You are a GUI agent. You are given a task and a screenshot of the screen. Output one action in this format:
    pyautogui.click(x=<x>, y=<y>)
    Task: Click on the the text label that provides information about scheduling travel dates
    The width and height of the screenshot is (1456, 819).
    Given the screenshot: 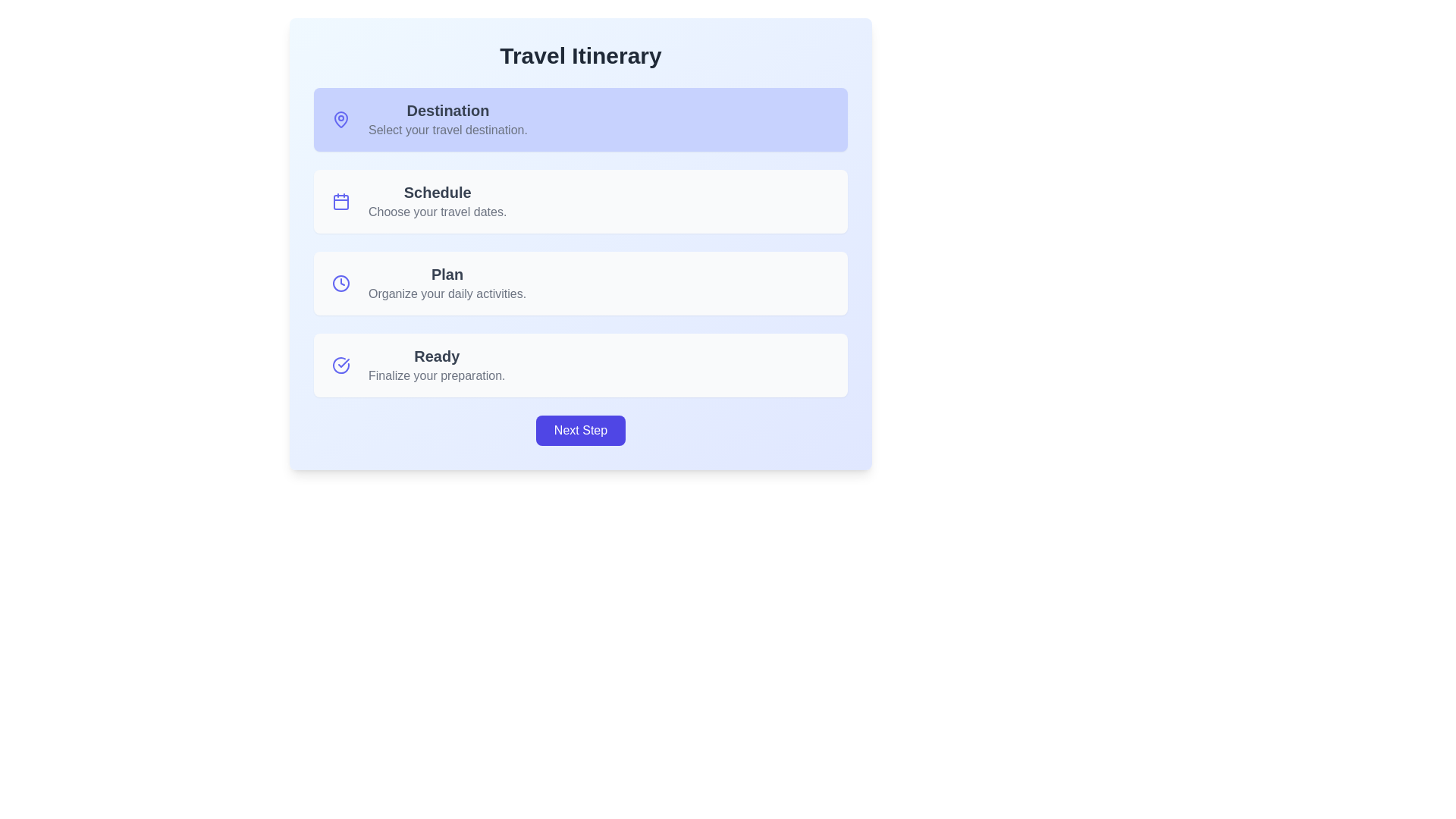 What is the action you would take?
    pyautogui.click(x=437, y=201)
    